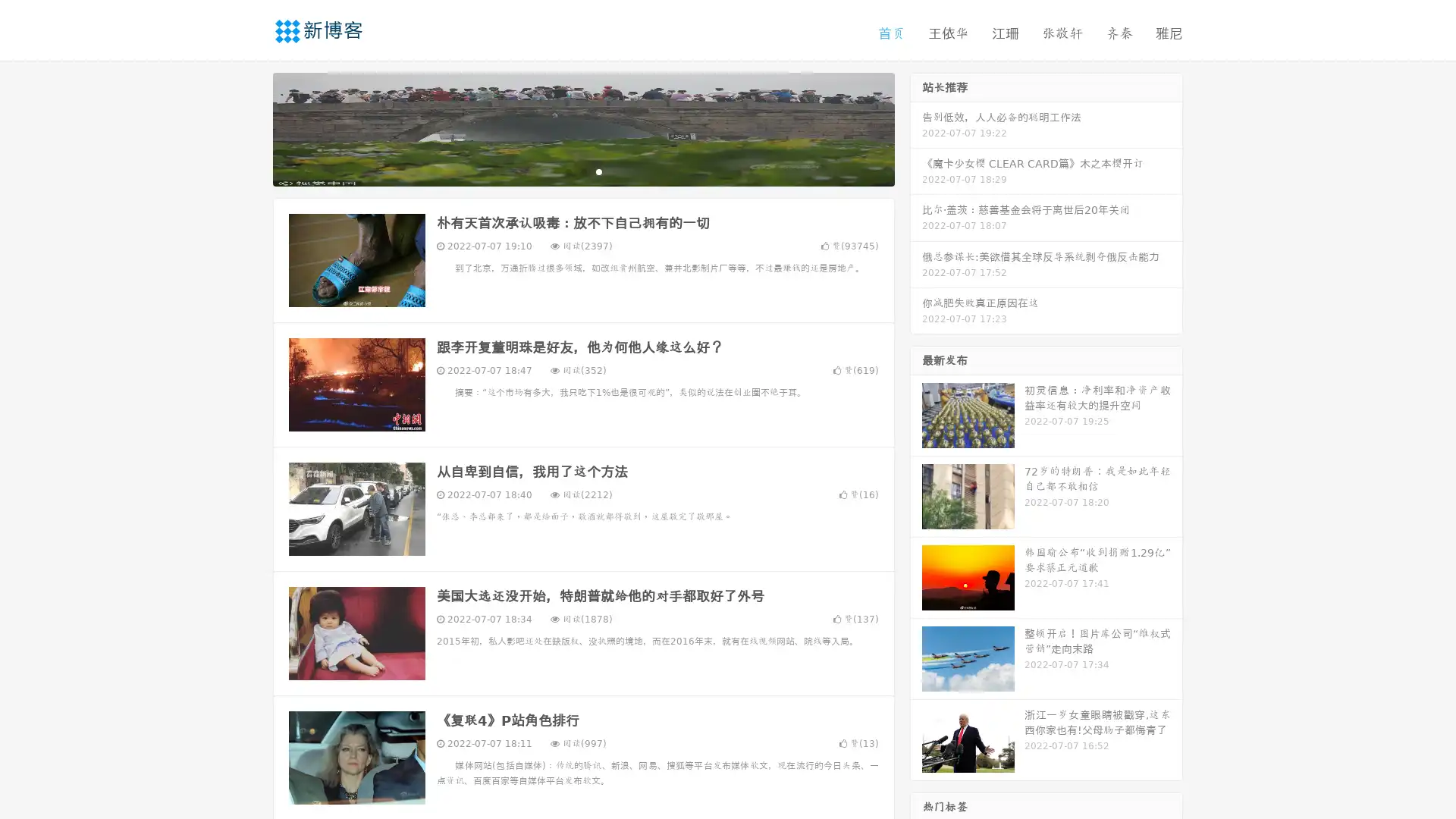 This screenshot has width=1456, height=819. I want to click on Previous slide, so click(250, 127).